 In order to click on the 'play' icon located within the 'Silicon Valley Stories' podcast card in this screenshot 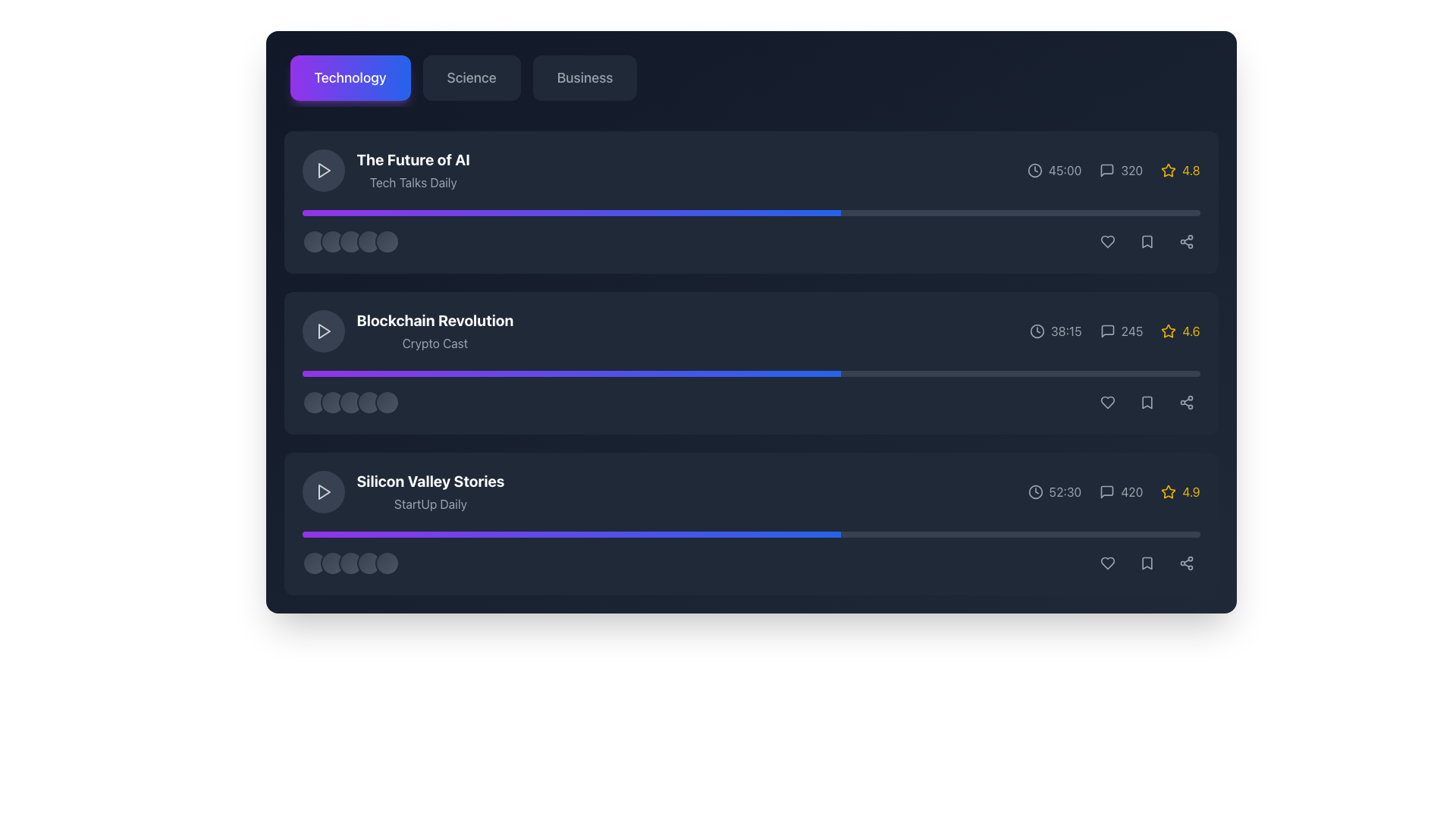, I will do `click(323, 491)`.